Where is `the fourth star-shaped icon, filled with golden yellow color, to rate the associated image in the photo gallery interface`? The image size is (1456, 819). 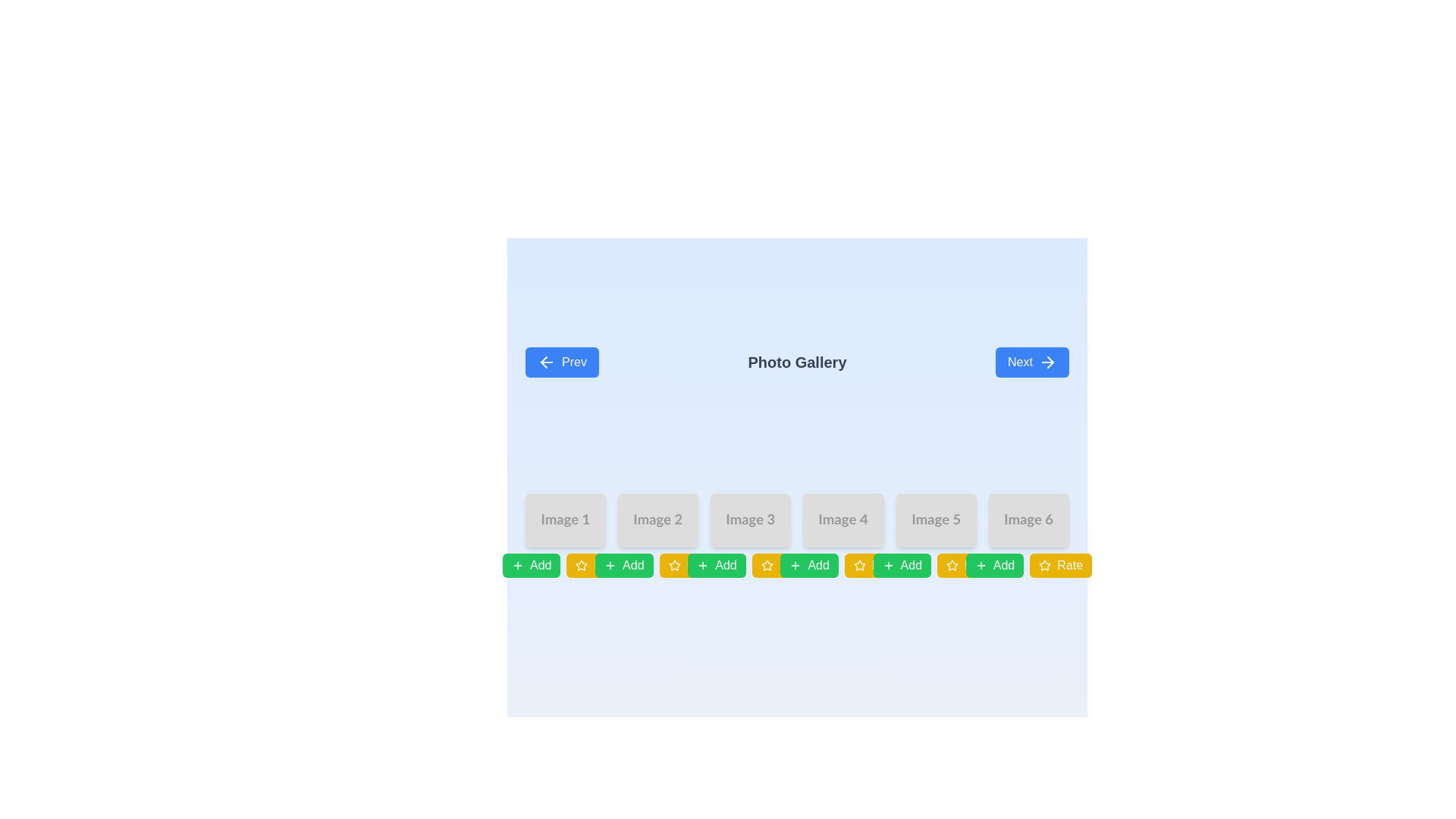 the fourth star-shaped icon, filled with golden yellow color, to rate the associated image in the photo gallery interface is located at coordinates (767, 565).